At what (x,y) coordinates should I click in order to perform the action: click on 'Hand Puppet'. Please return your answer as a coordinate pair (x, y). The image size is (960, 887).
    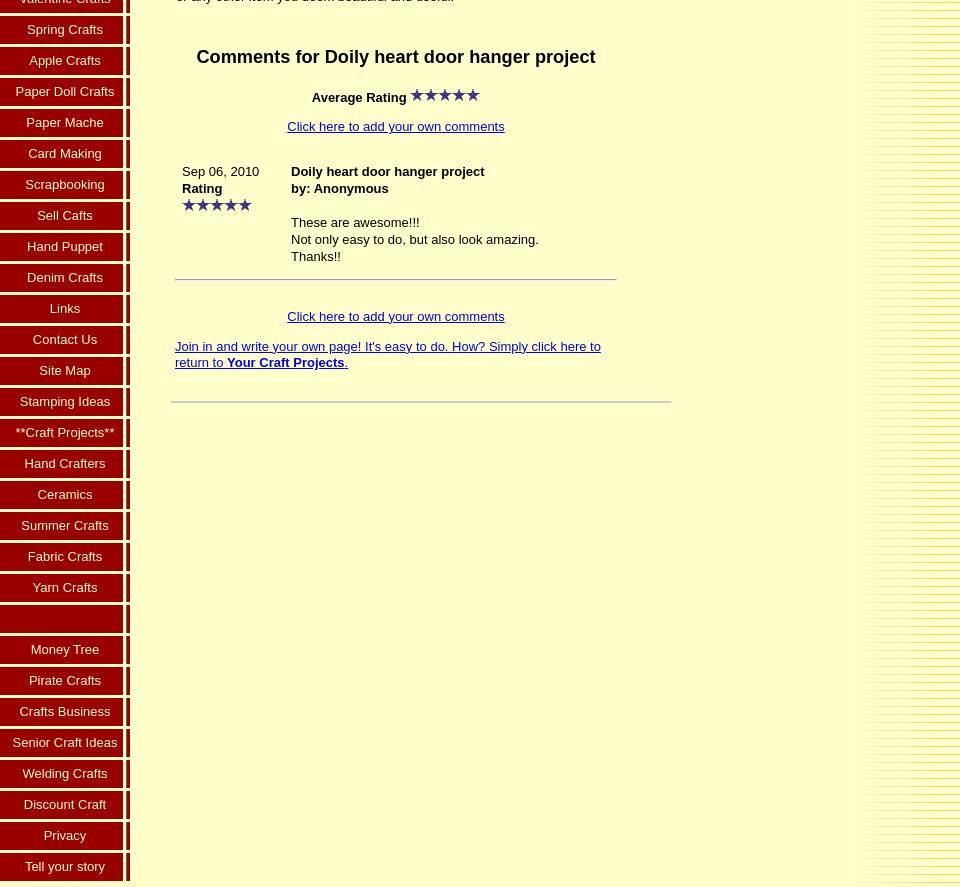
    Looking at the image, I should click on (64, 246).